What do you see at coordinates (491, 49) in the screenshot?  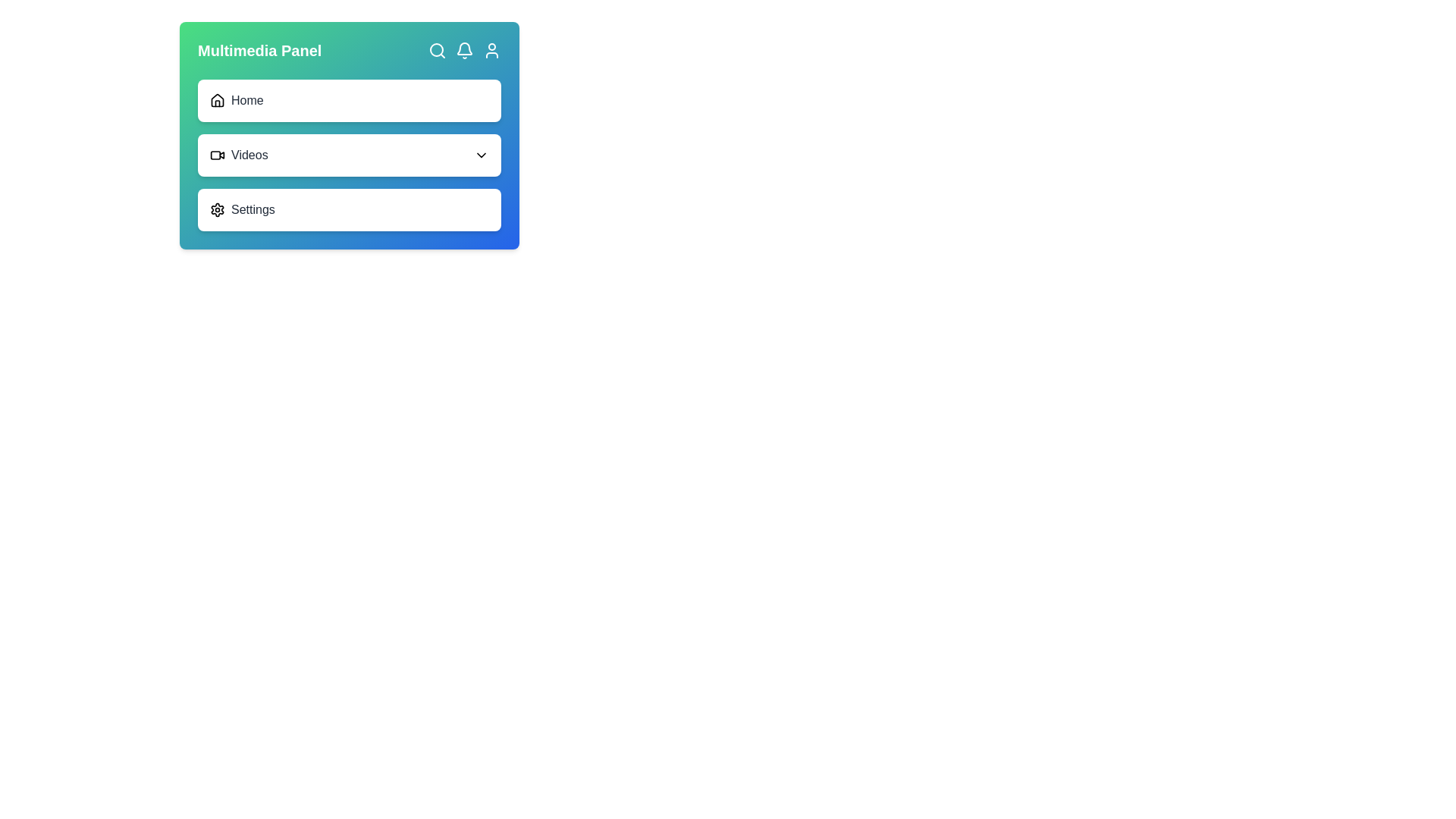 I see `the user profile icon, which is the rightmost icon in the top-right section of the interface header, to trigger a tooltip or visual feedback indicating its purpose` at bounding box center [491, 49].